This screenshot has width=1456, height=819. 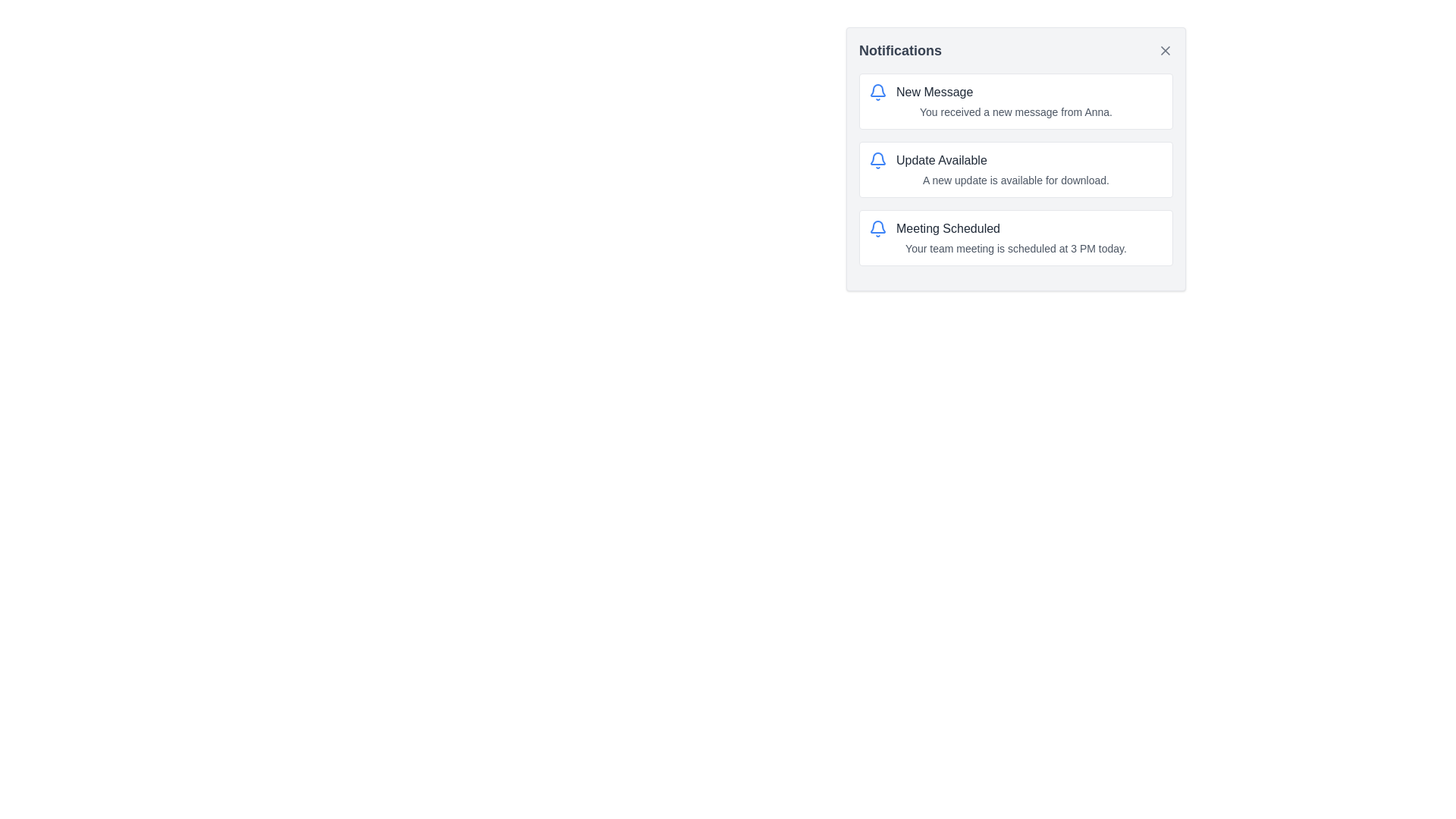 I want to click on the notification bell icon, which indicates notifications and is located near the top-left corner of the notification panel, next to the 'New Message' label, so click(x=877, y=90).